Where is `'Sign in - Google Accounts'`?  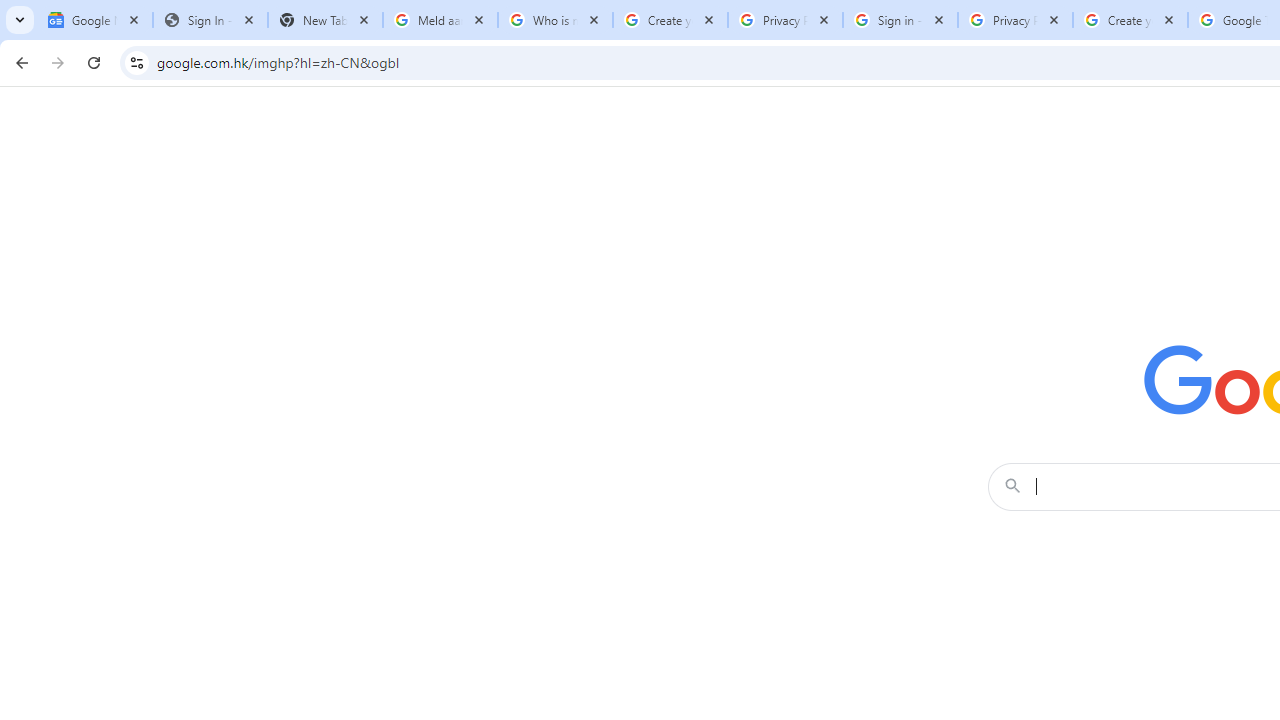
'Sign in - Google Accounts' is located at coordinates (899, 20).